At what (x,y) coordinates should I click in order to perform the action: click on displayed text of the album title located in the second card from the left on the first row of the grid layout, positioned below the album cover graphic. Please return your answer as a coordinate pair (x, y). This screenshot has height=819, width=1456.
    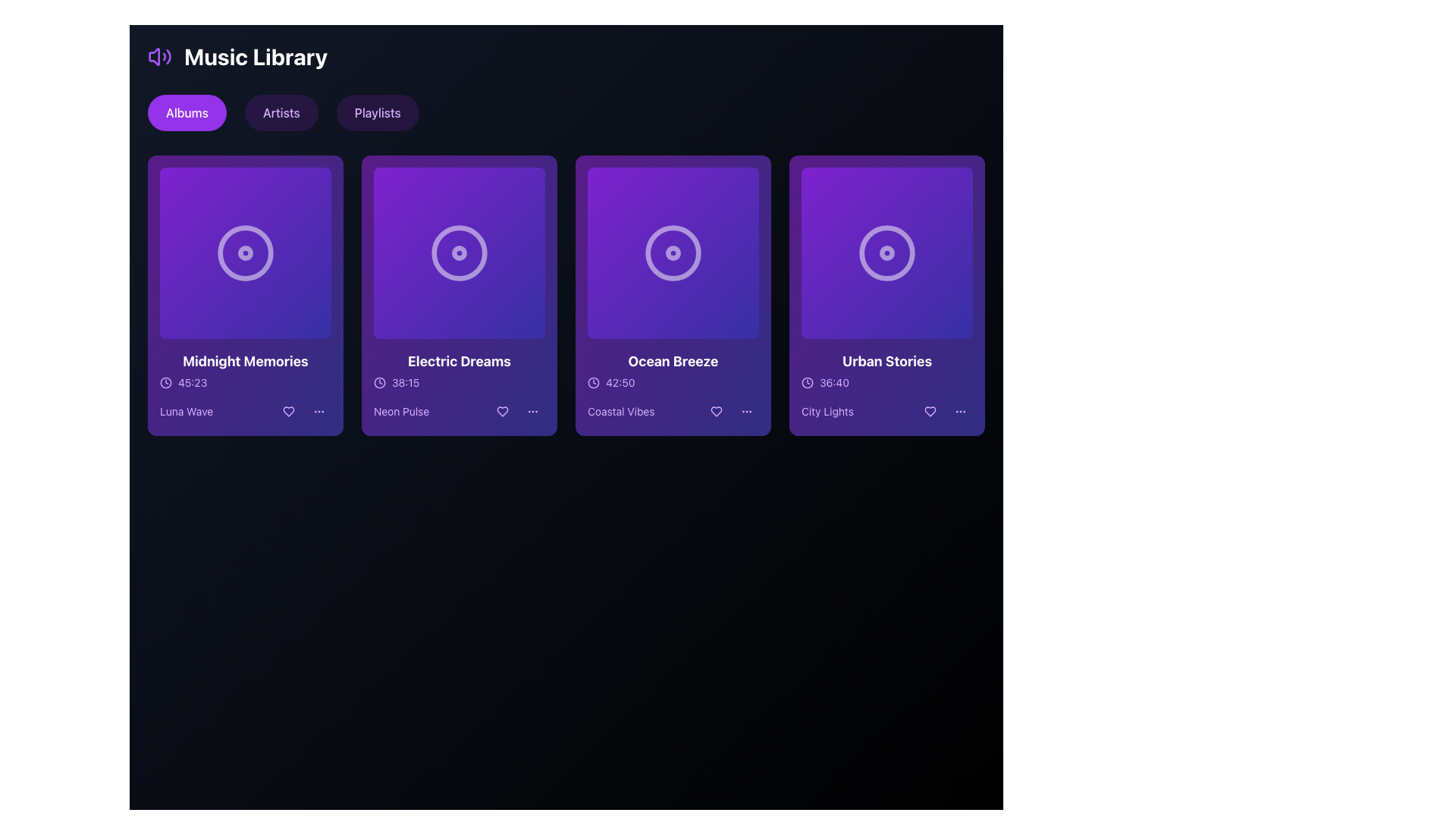
    Looking at the image, I should click on (458, 362).